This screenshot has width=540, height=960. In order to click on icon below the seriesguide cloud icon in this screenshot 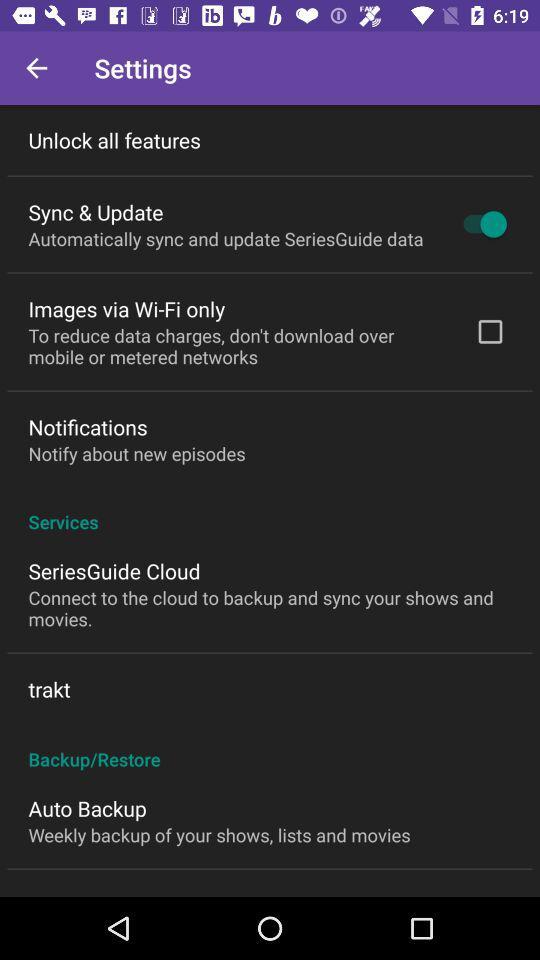, I will do `click(270, 607)`.